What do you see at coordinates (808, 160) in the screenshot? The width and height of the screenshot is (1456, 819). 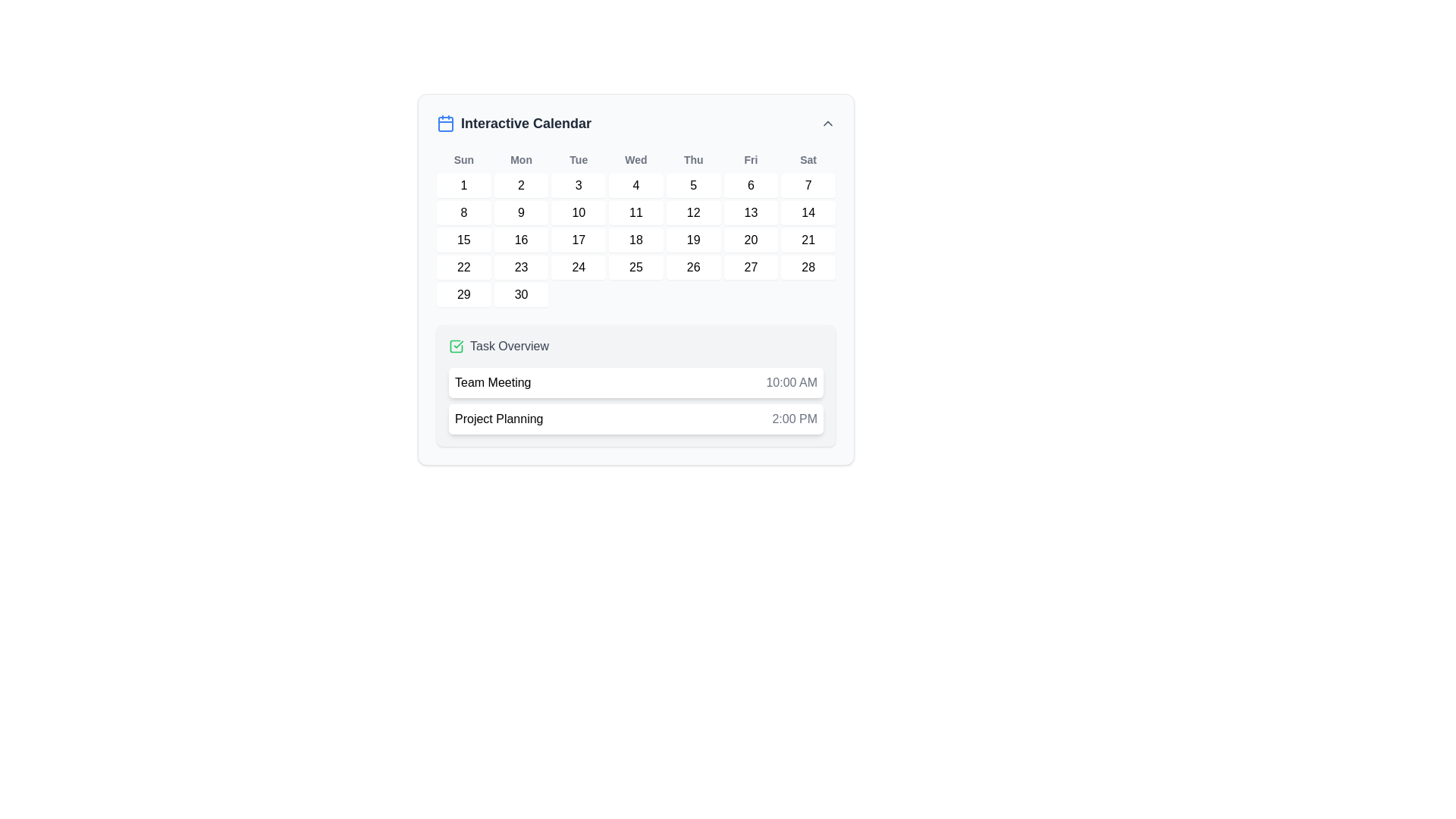 I see `the static text label displaying 'Sat', which is the last element in the row of weekday labels in the calendar header` at bounding box center [808, 160].